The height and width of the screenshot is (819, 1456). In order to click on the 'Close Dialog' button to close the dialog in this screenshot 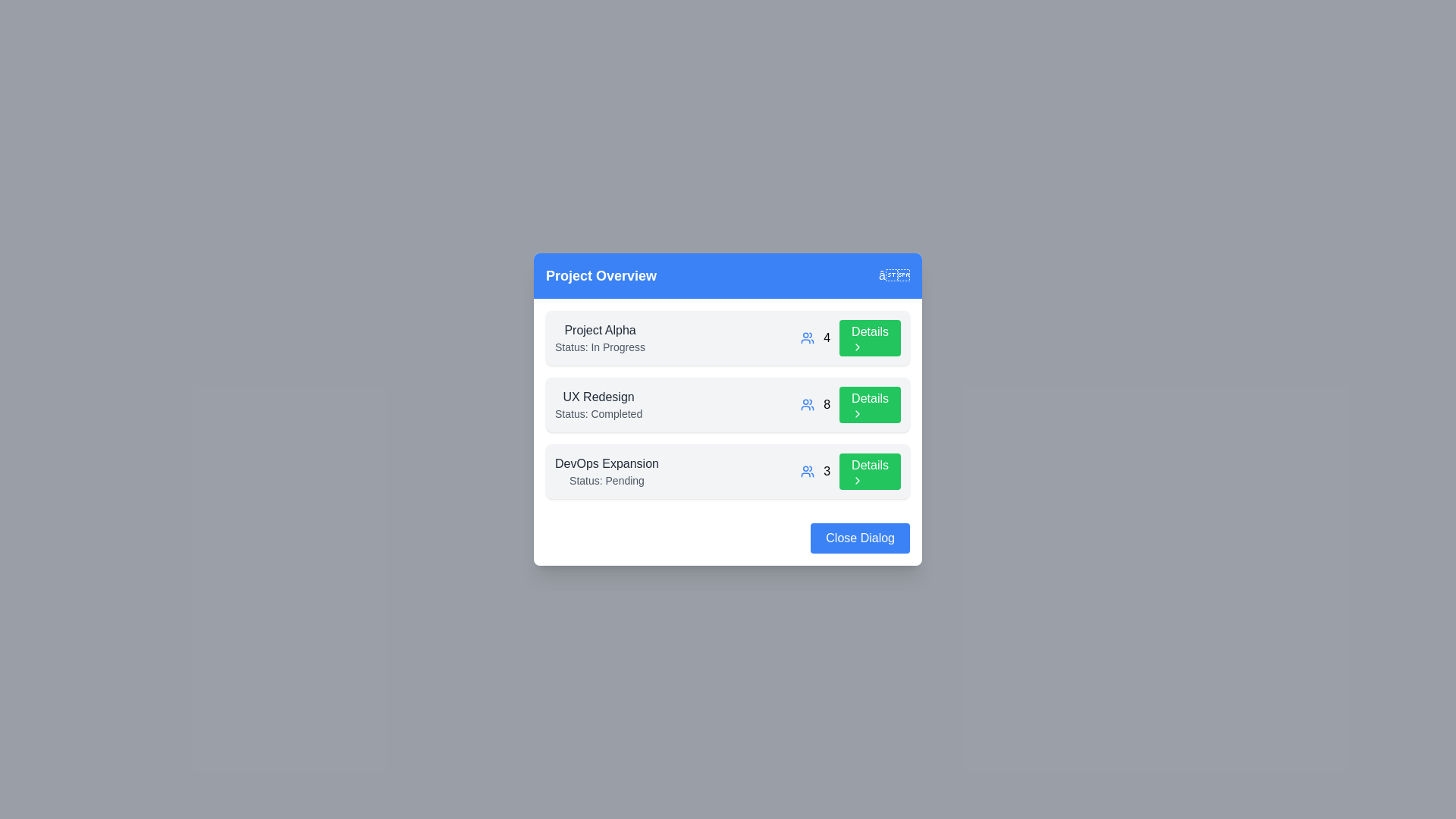, I will do `click(860, 537)`.